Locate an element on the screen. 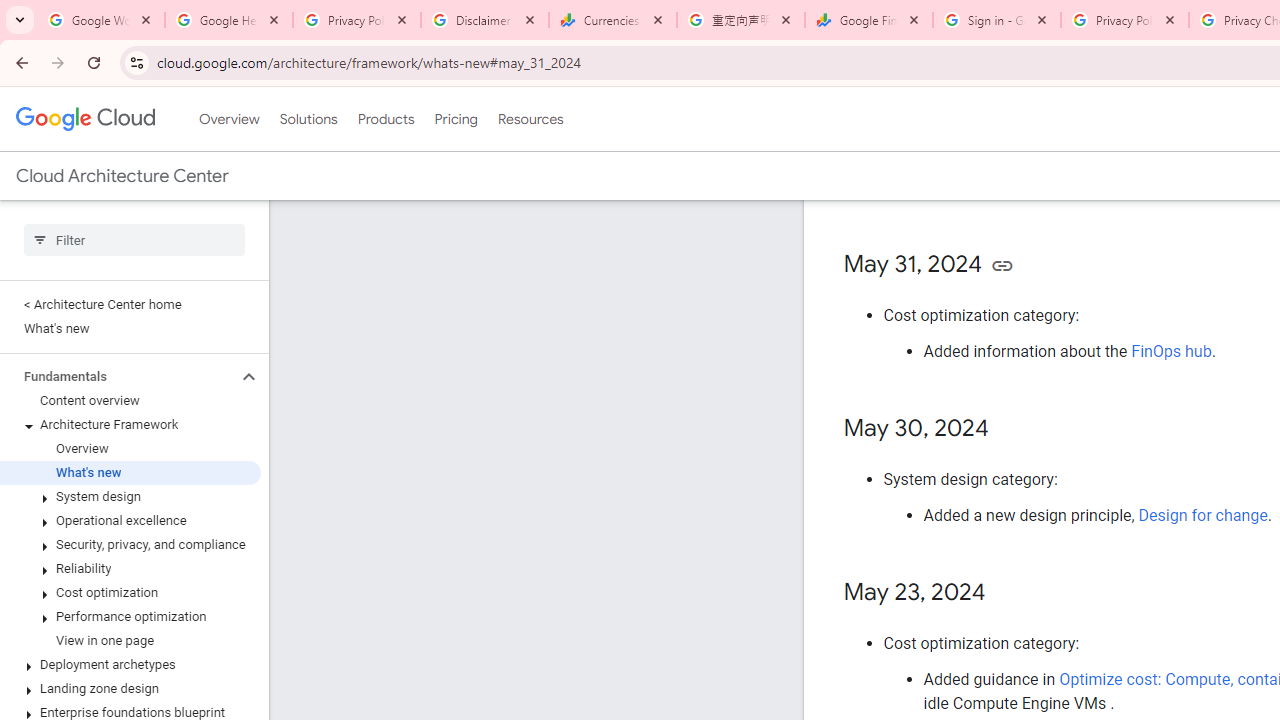 Image resolution: width=1280 pixels, height=720 pixels. 'Type to filter' is located at coordinates (133, 239).